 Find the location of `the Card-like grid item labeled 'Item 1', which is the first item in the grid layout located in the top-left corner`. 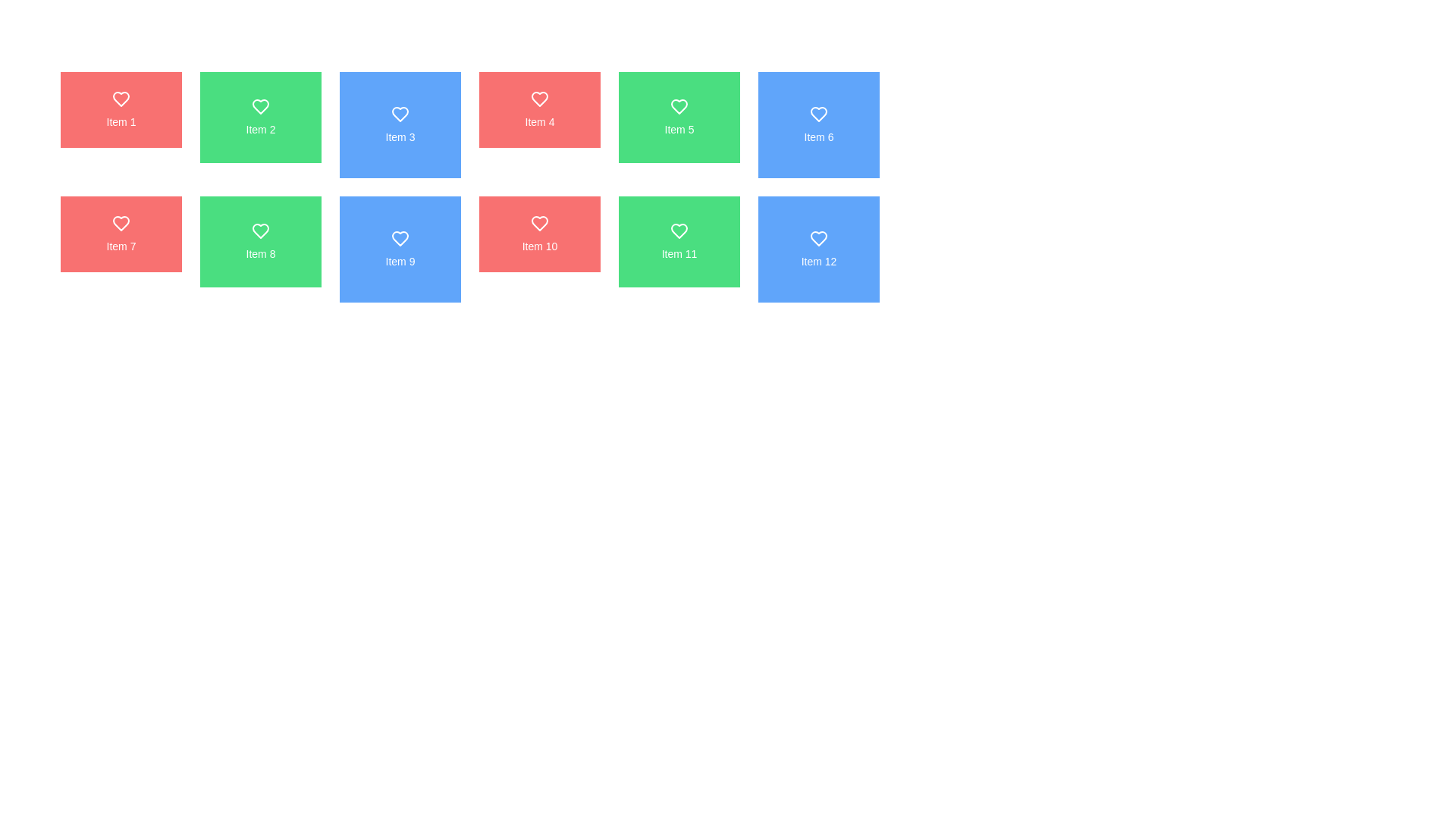

the Card-like grid item labeled 'Item 1', which is the first item in the grid layout located in the top-left corner is located at coordinates (120, 109).